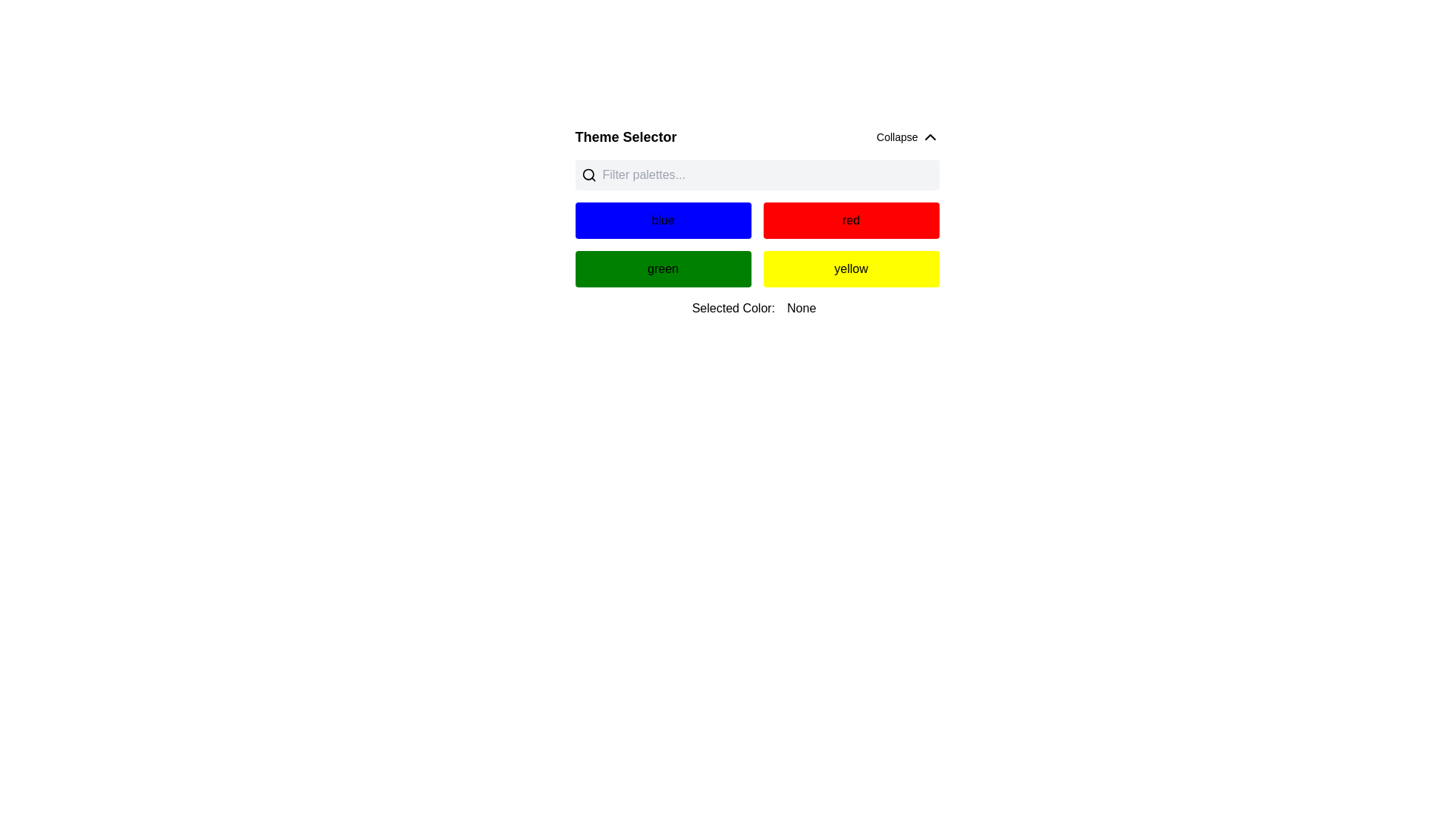 Image resolution: width=1456 pixels, height=819 pixels. I want to click on the toggler button in the top-right corner of the 'Theme Selector' section, so click(908, 137).